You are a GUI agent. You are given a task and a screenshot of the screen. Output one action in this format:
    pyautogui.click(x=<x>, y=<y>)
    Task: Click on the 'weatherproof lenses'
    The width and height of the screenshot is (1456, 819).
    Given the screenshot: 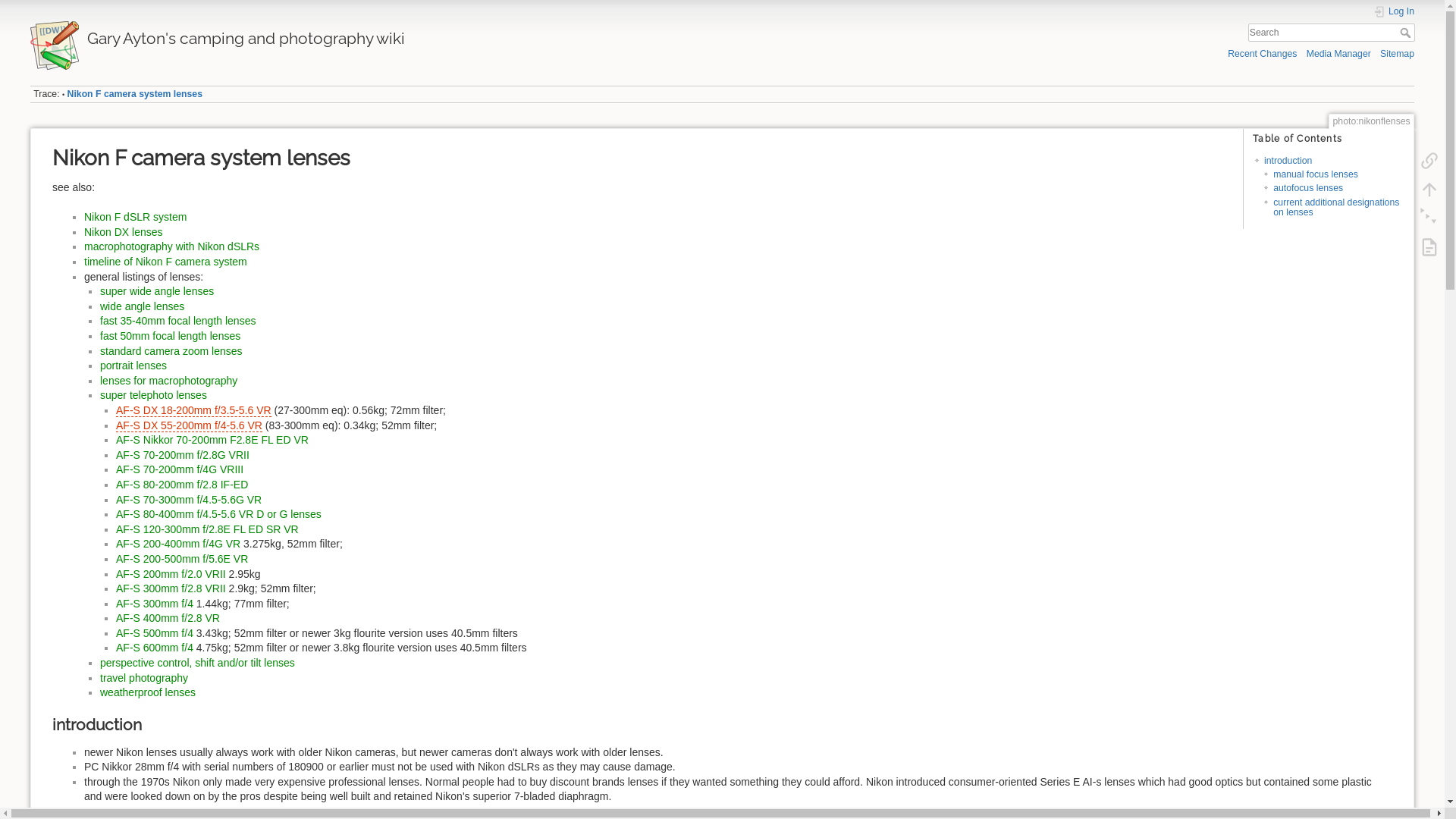 What is the action you would take?
    pyautogui.click(x=148, y=692)
    